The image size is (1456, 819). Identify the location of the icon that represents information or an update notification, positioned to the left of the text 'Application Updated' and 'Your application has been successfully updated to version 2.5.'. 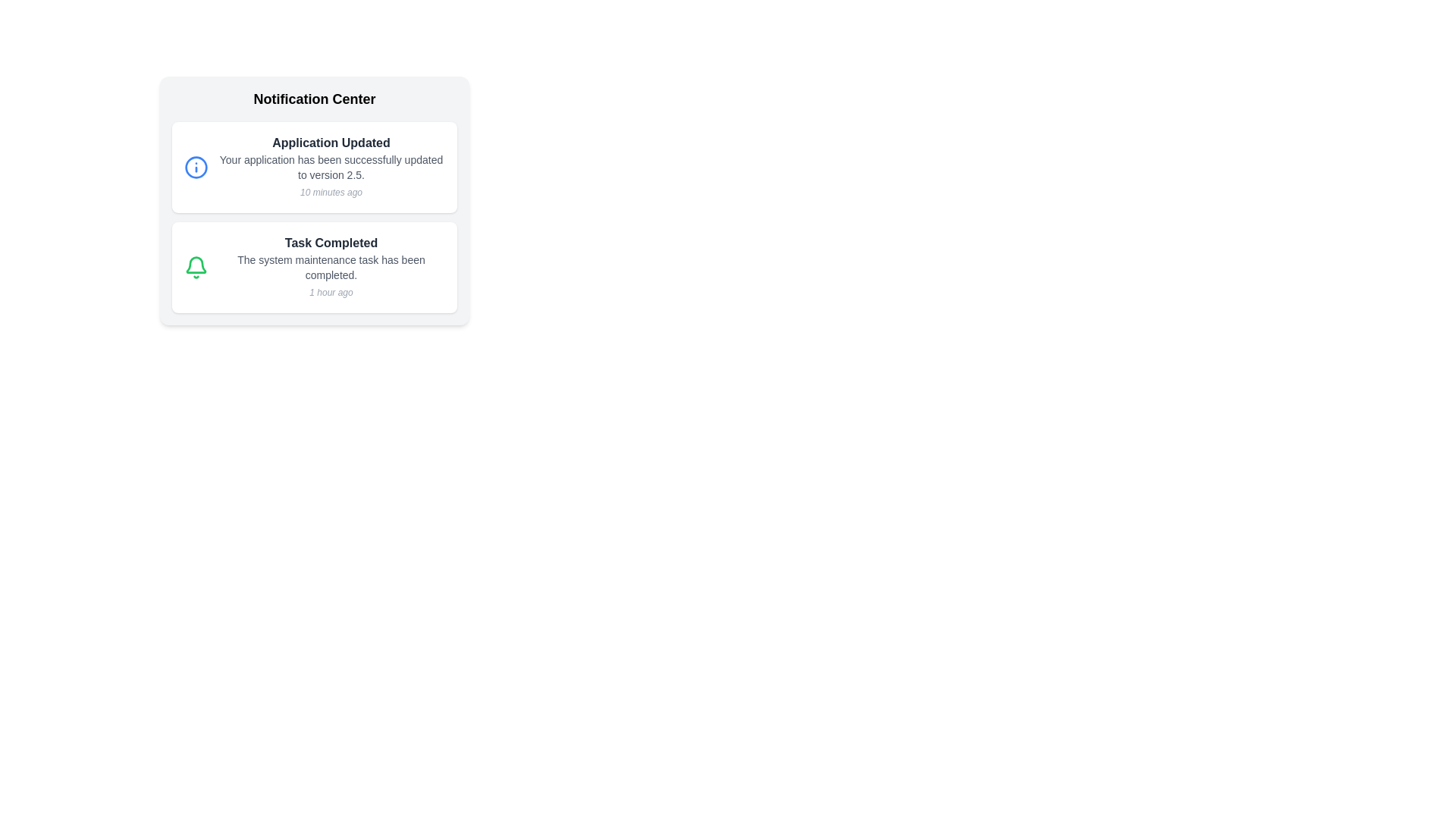
(196, 167).